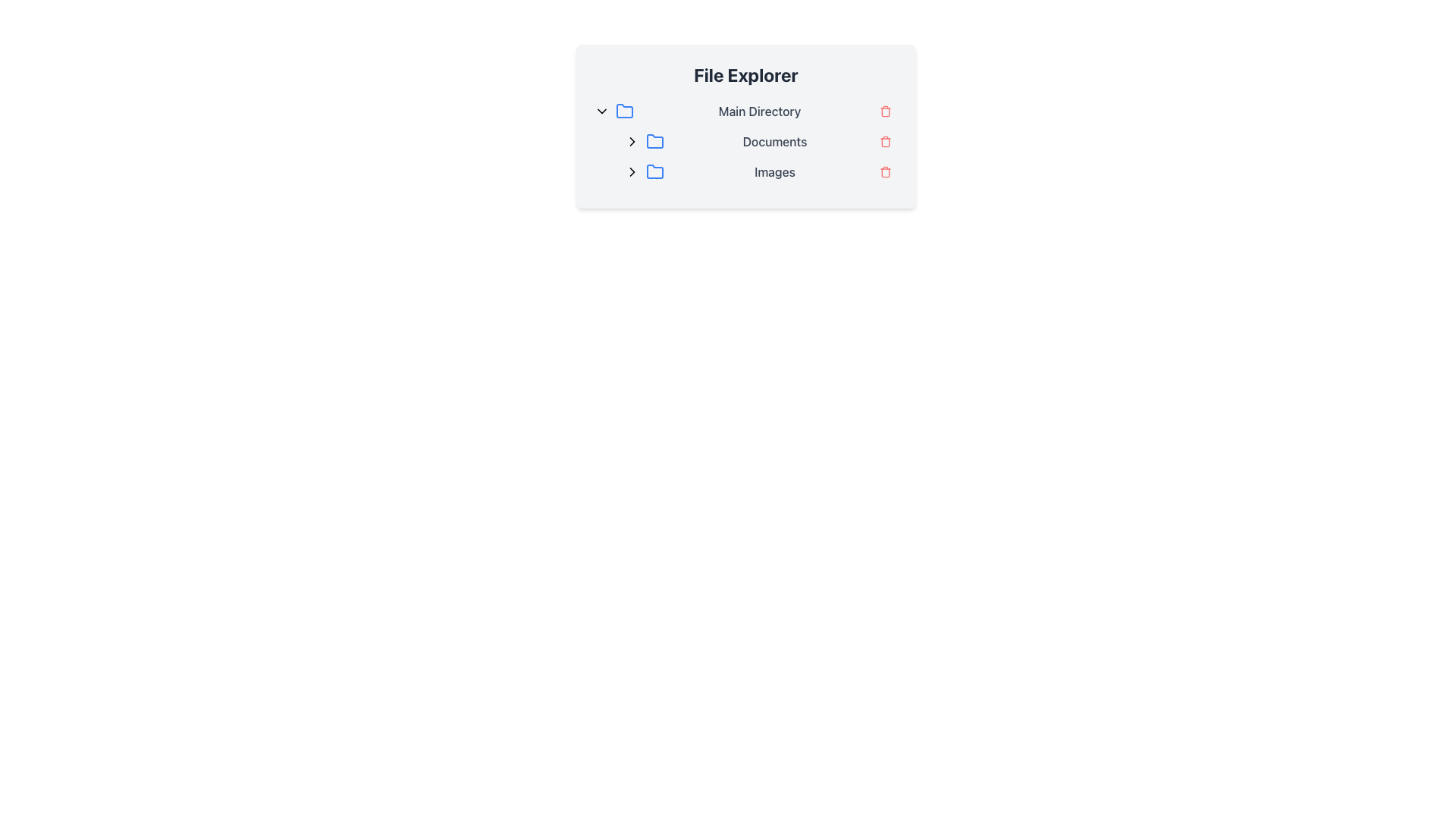  I want to click on the blue folder icon located in the second row of icons within the file explorer, positioned to the left of the 'Documents' text label, so click(655, 140).